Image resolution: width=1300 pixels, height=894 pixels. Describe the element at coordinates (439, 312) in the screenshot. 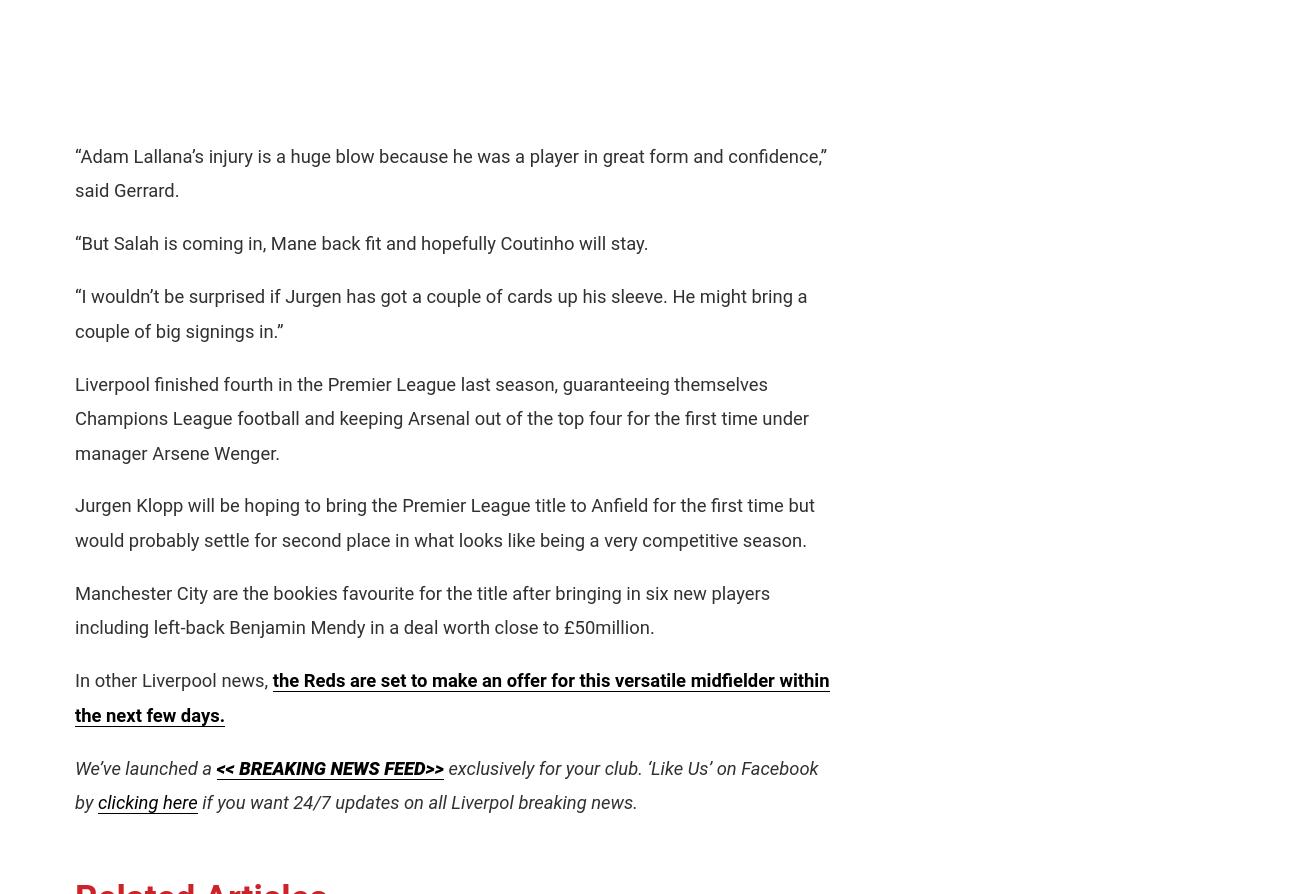

I see `'“I wouldn’t be surprised if Jurgen has got a couple of cards up his sleeve. He might bring a couple of big signings in.”'` at that location.